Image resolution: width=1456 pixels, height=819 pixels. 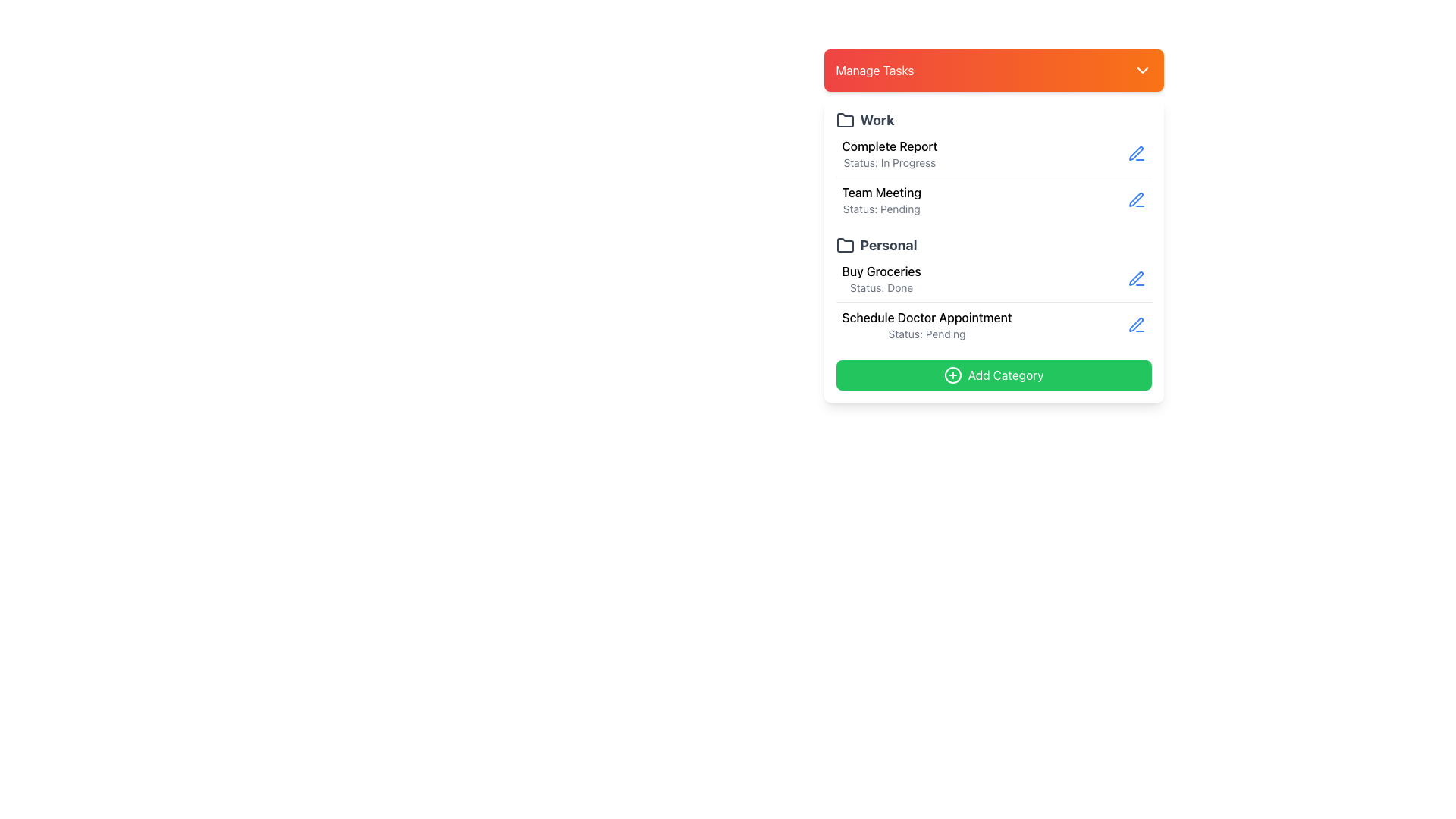 What do you see at coordinates (890, 154) in the screenshot?
I see `text content of the task item display titled 'Complete Report' with status 'In Progress' located under the 'Work' category in the task list` at bounding box center [890, 154].